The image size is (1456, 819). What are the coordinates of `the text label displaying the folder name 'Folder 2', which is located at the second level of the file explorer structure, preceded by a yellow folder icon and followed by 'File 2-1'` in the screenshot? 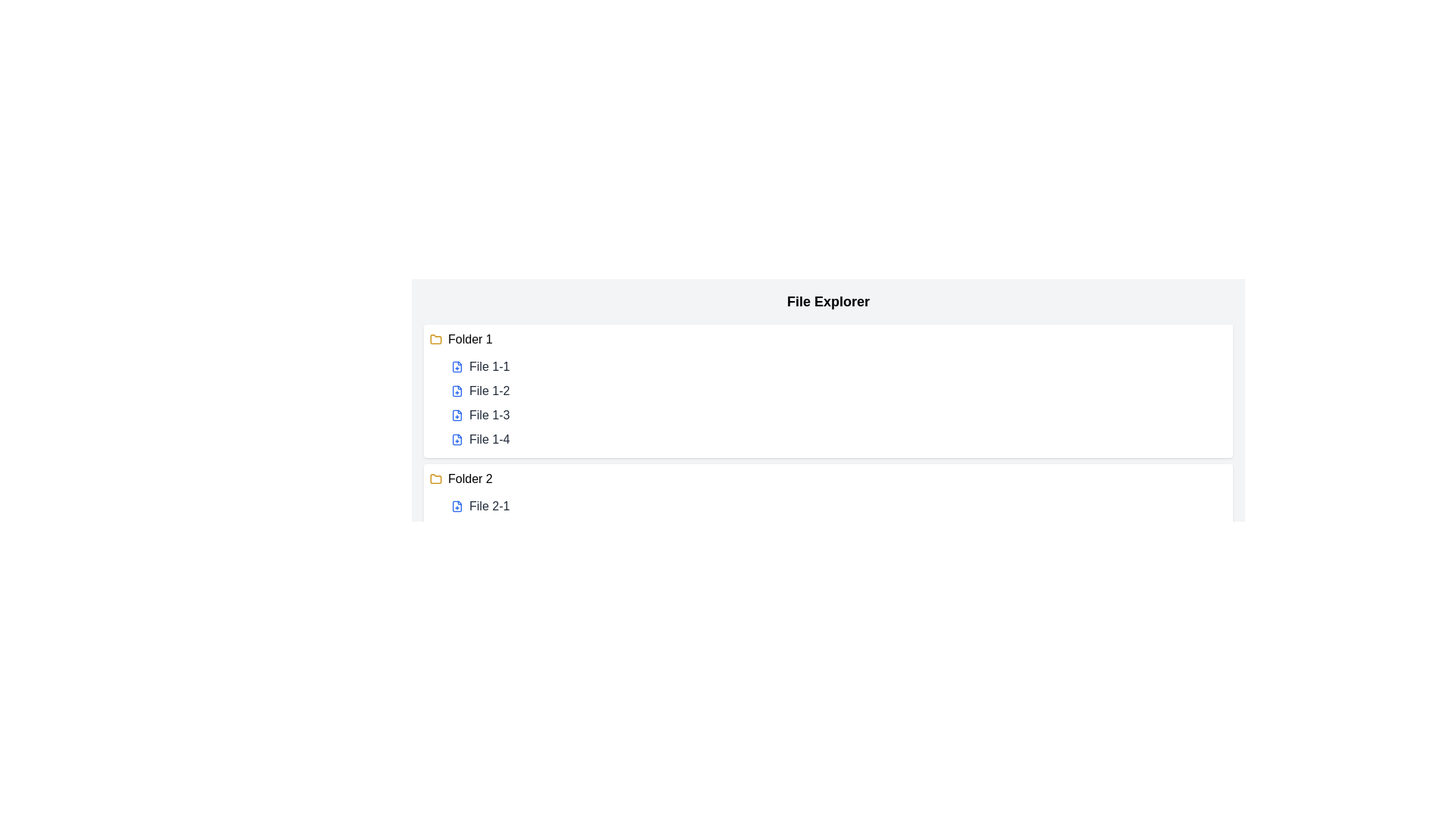 It's located at (469, 479).